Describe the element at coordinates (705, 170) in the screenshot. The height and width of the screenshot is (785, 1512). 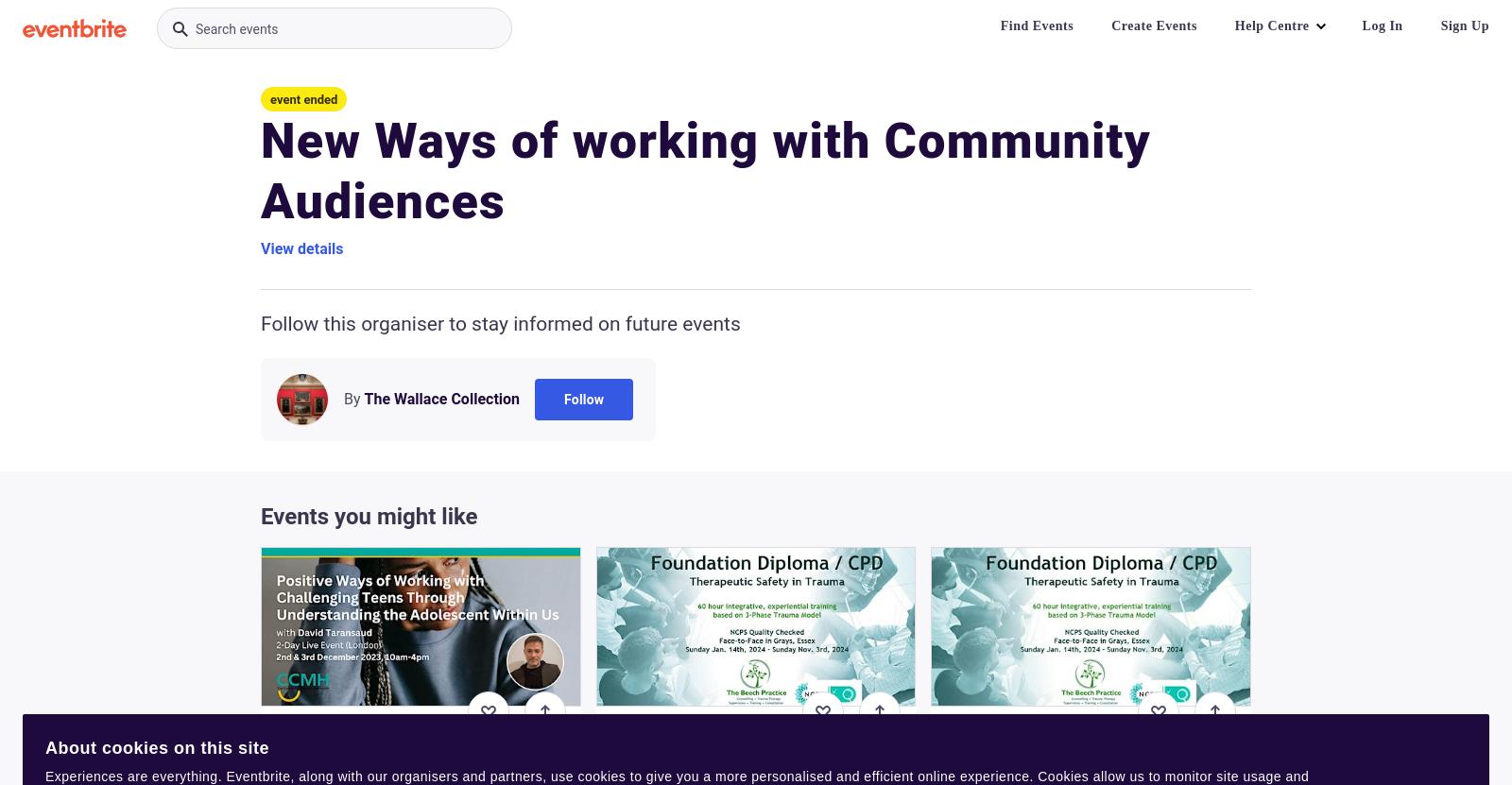
I see `'New Ways of working with Community Audiences'` at that location.